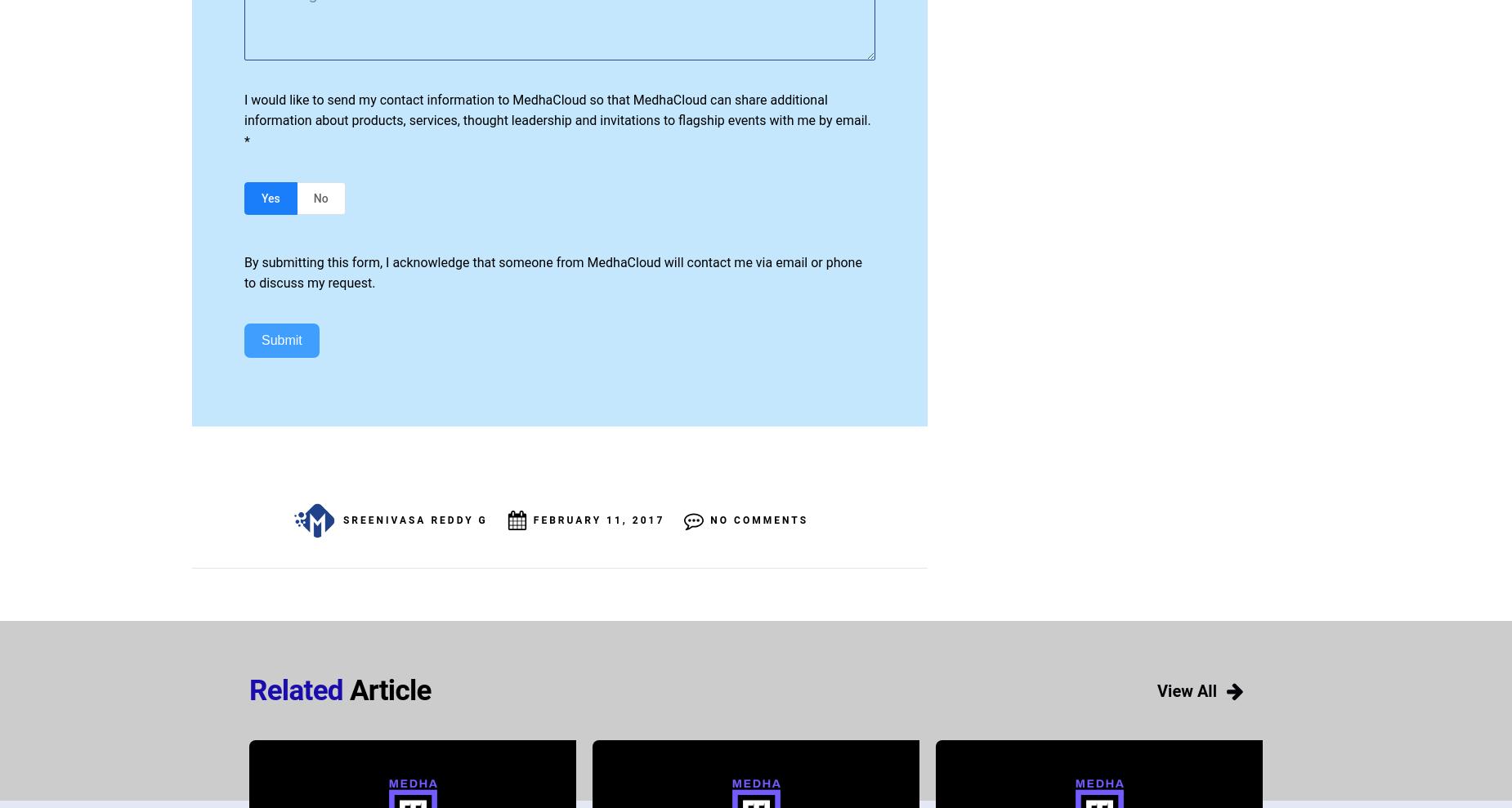 The width and height of the screenshot is (1512, 808). I want to click on 'I would like to send my contact information to MedhaCloud so that MedhaCloud can share additional information about products, services, thought leadership and invitations to flagship events with me by email. *', so click(557, 118).